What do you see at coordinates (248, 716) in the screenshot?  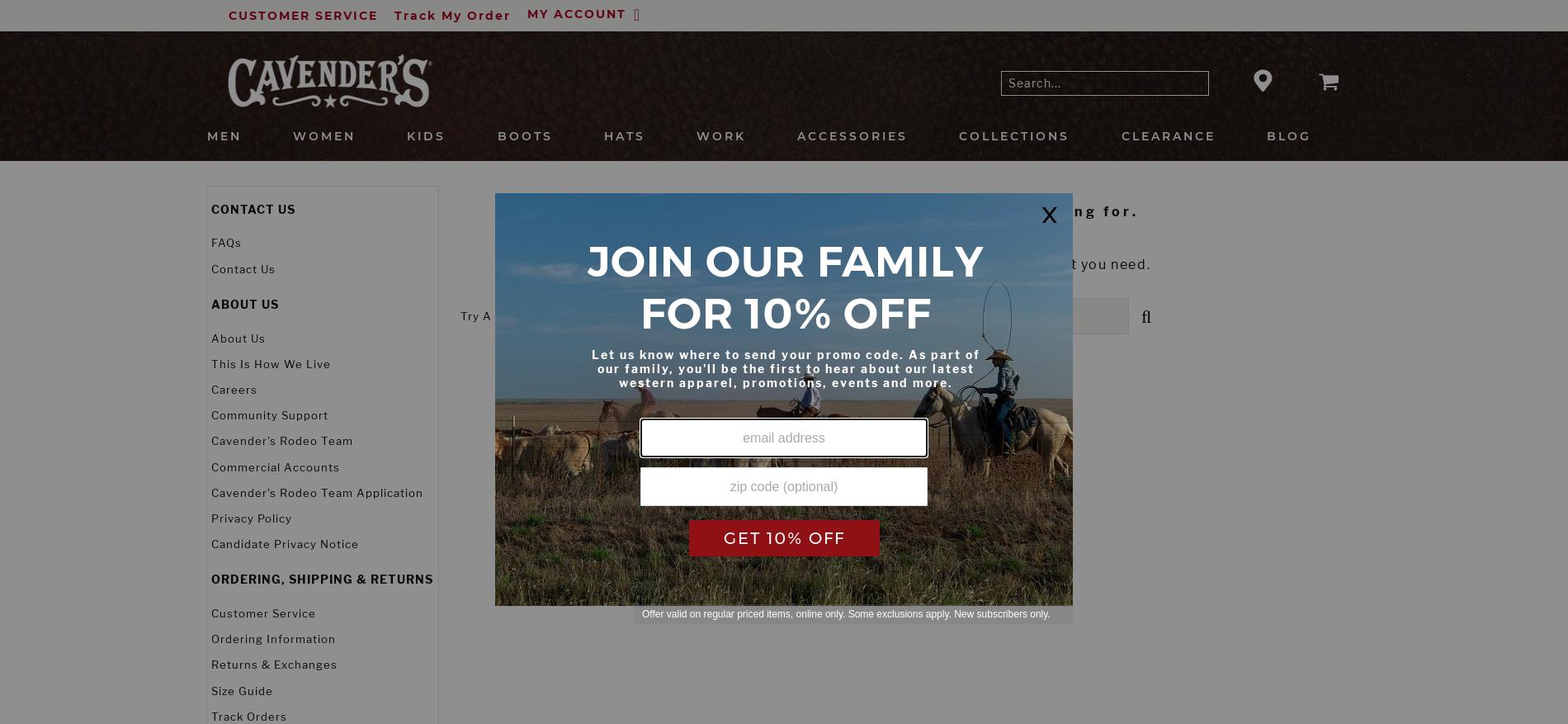 I see `'Track Orders'` at bounding box center [248, 716].